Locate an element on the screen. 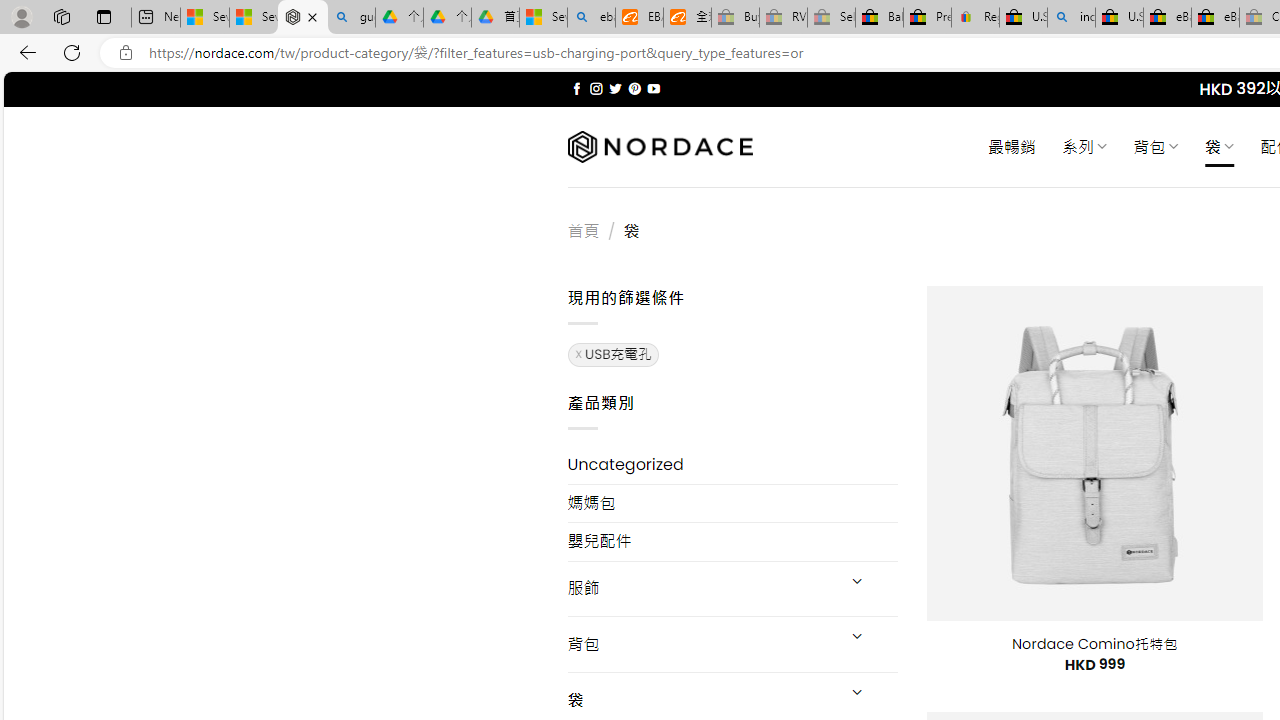  'Follow on Instagram' is located at coordinates (595, 88).